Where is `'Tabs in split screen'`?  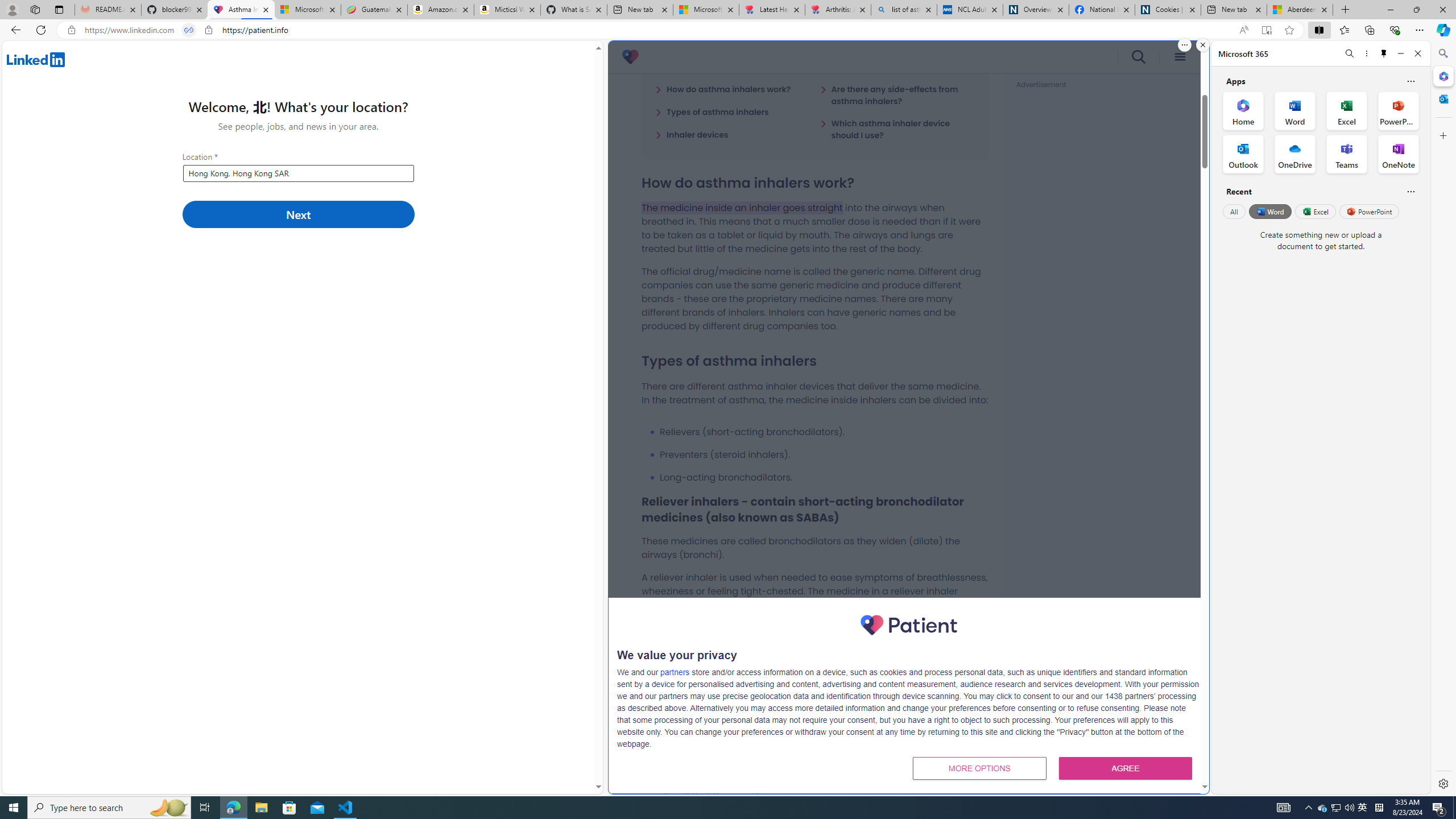
'Tabs in split screen' is located at coordinates (188, 30).